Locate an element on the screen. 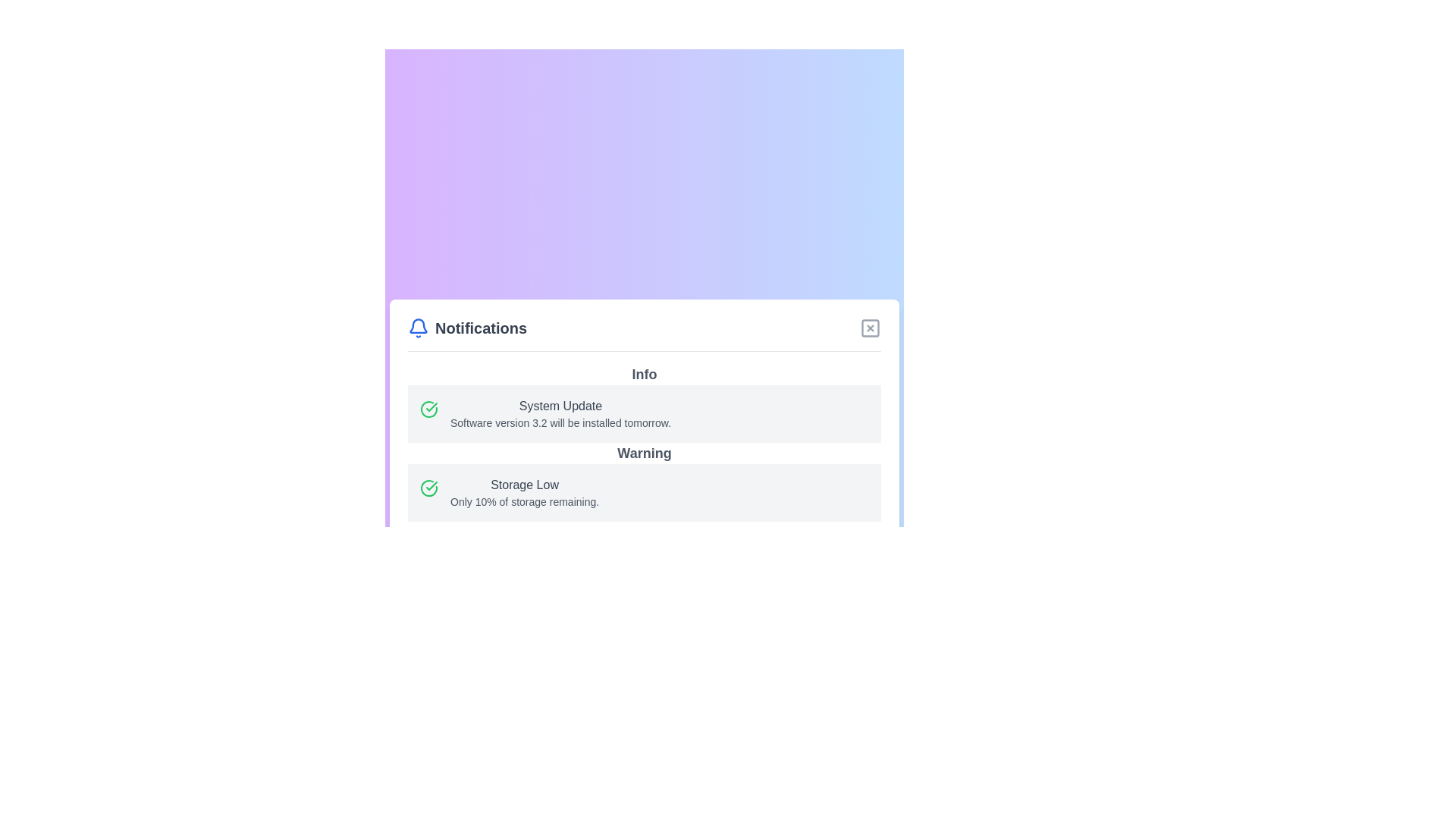  the notifications icon located at the top center of the interface, which indicates updates or alerts and is aligned to the left of the 'Notifications' text is located at coordinates (419, 327).